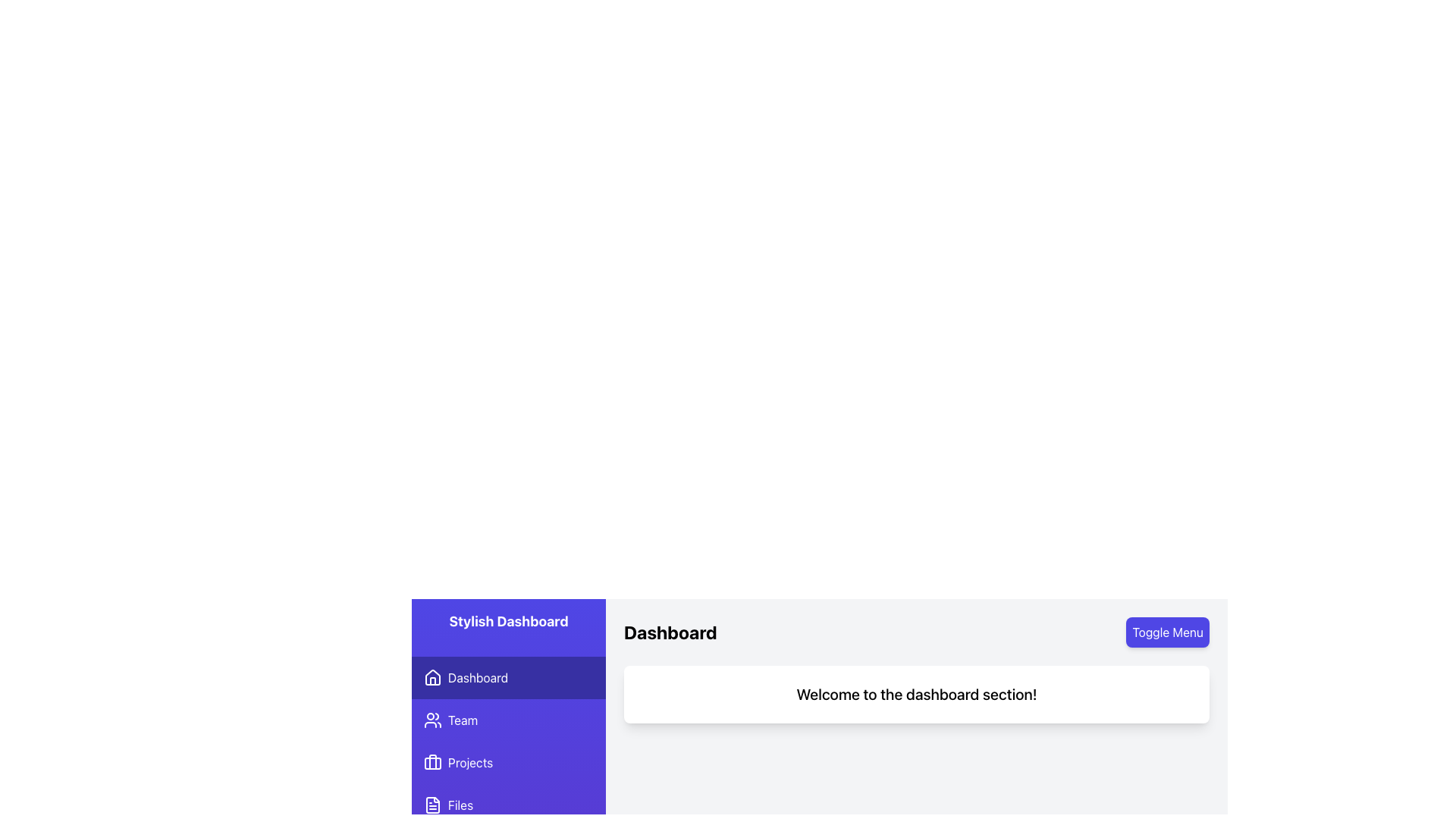 Image resolution: width=1456 pixels, height=819 pixels. I want to click on the 'Projects' navigation label in the third row of the vertical menu, so click(469, 763).